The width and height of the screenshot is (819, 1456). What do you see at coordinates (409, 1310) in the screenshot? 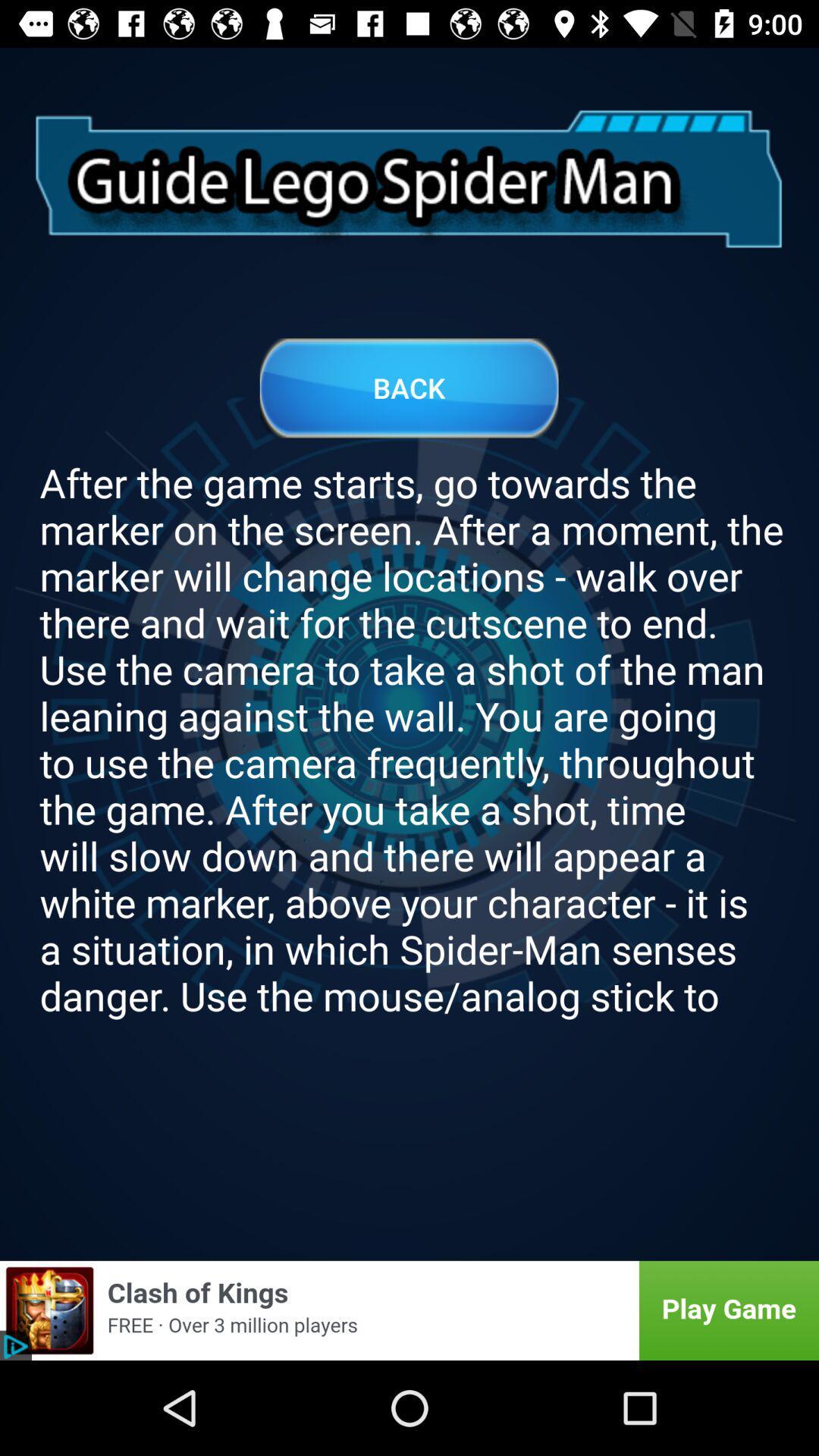
I see `game advertisement` at bounding box center [409, 1310].